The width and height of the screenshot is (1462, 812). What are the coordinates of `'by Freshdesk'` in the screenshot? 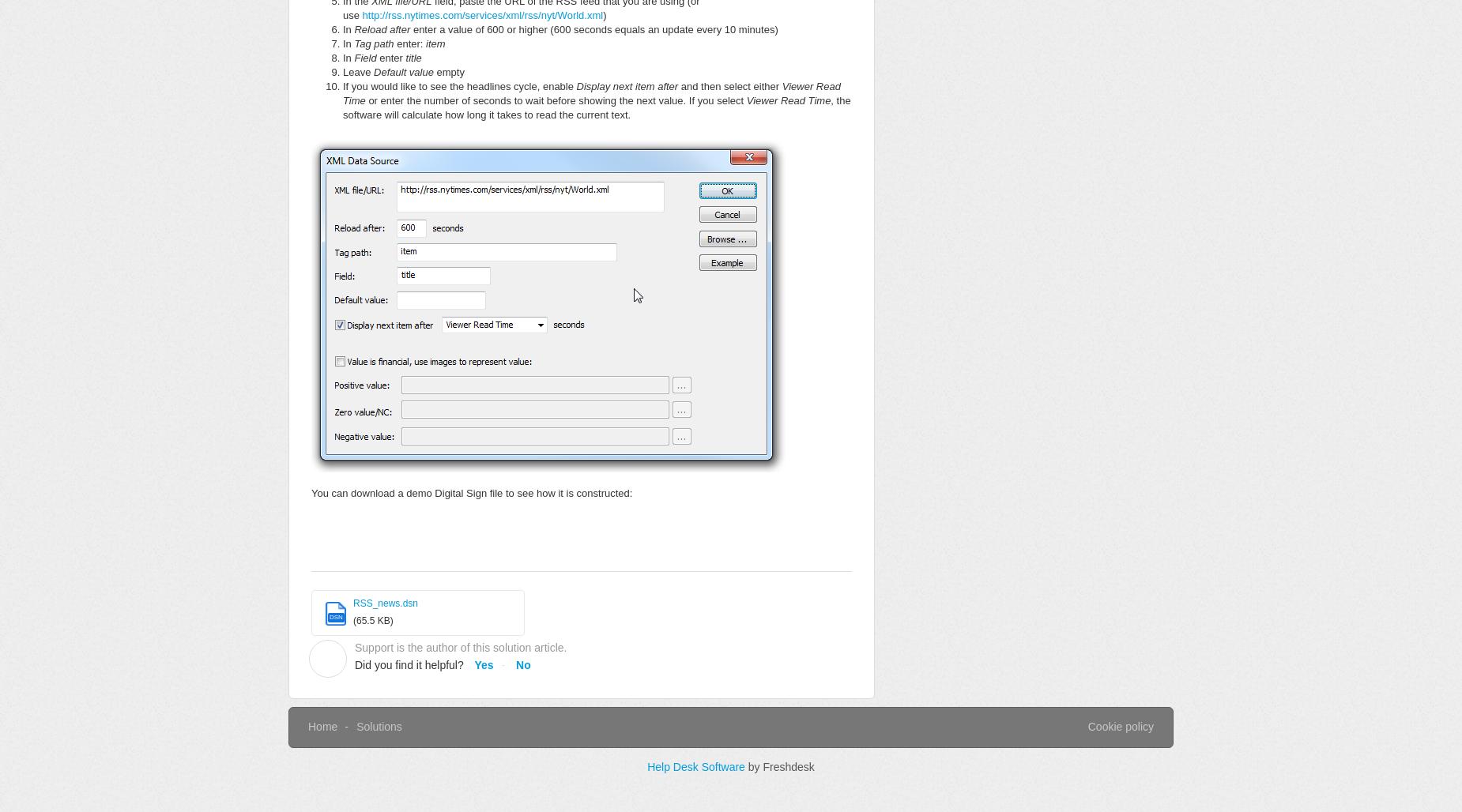 It's located at (780, 766).